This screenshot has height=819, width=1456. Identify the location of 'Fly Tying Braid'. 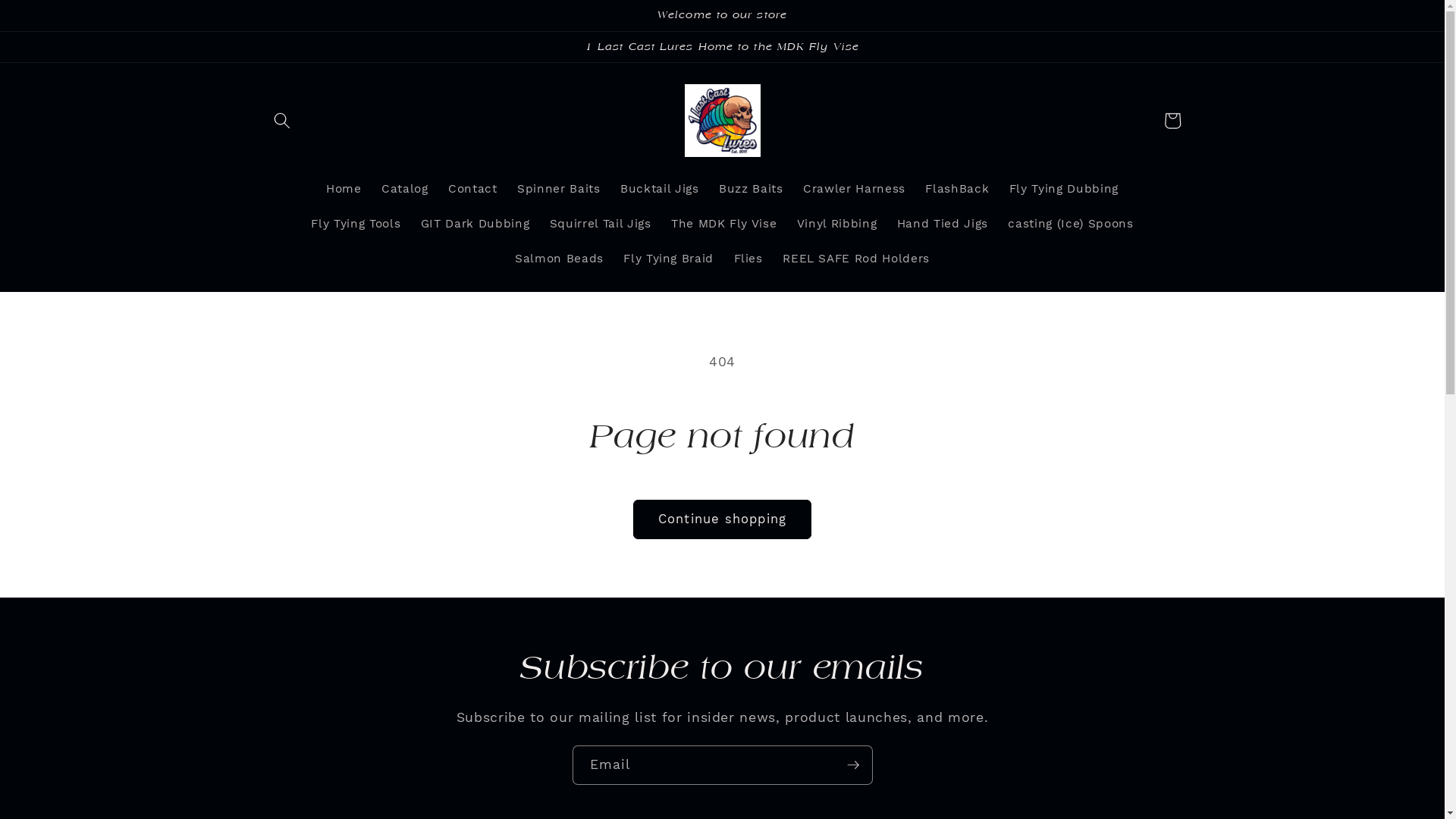
(613, 259).